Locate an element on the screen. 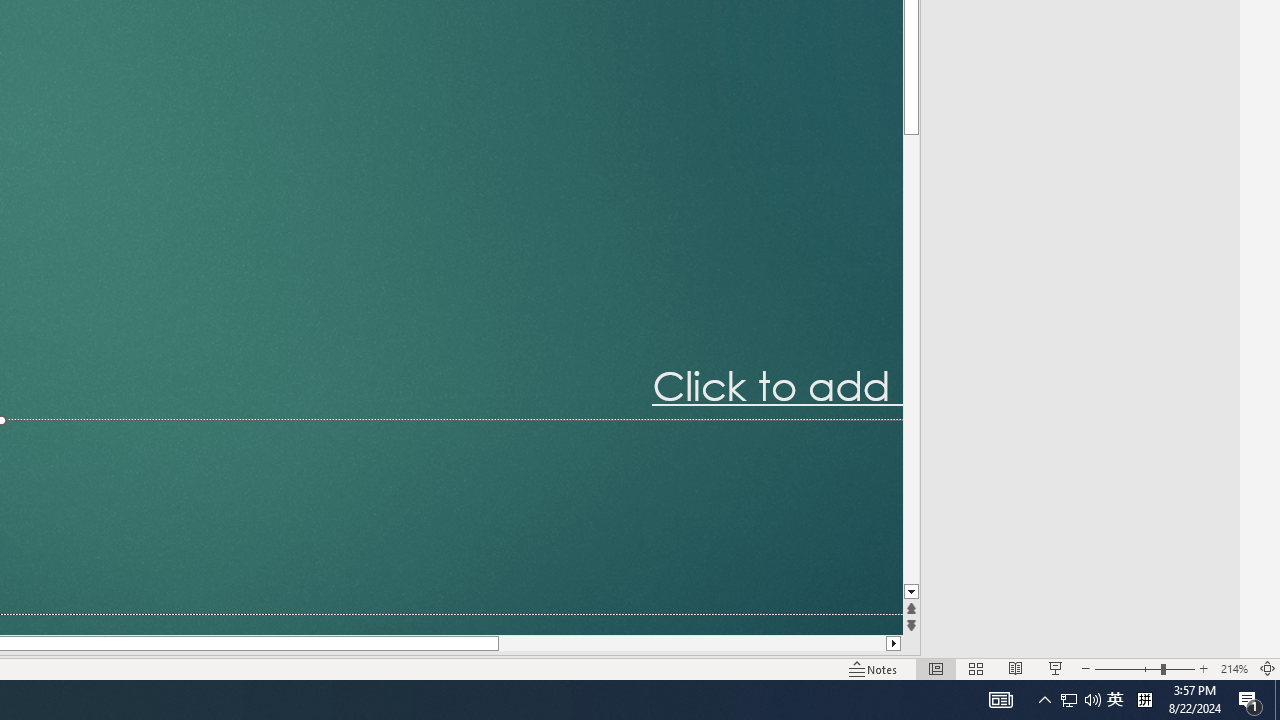 The height and width of the screenshot is (720, 1280). 'Zoom 214%' is located at coordinates (1233, 669).